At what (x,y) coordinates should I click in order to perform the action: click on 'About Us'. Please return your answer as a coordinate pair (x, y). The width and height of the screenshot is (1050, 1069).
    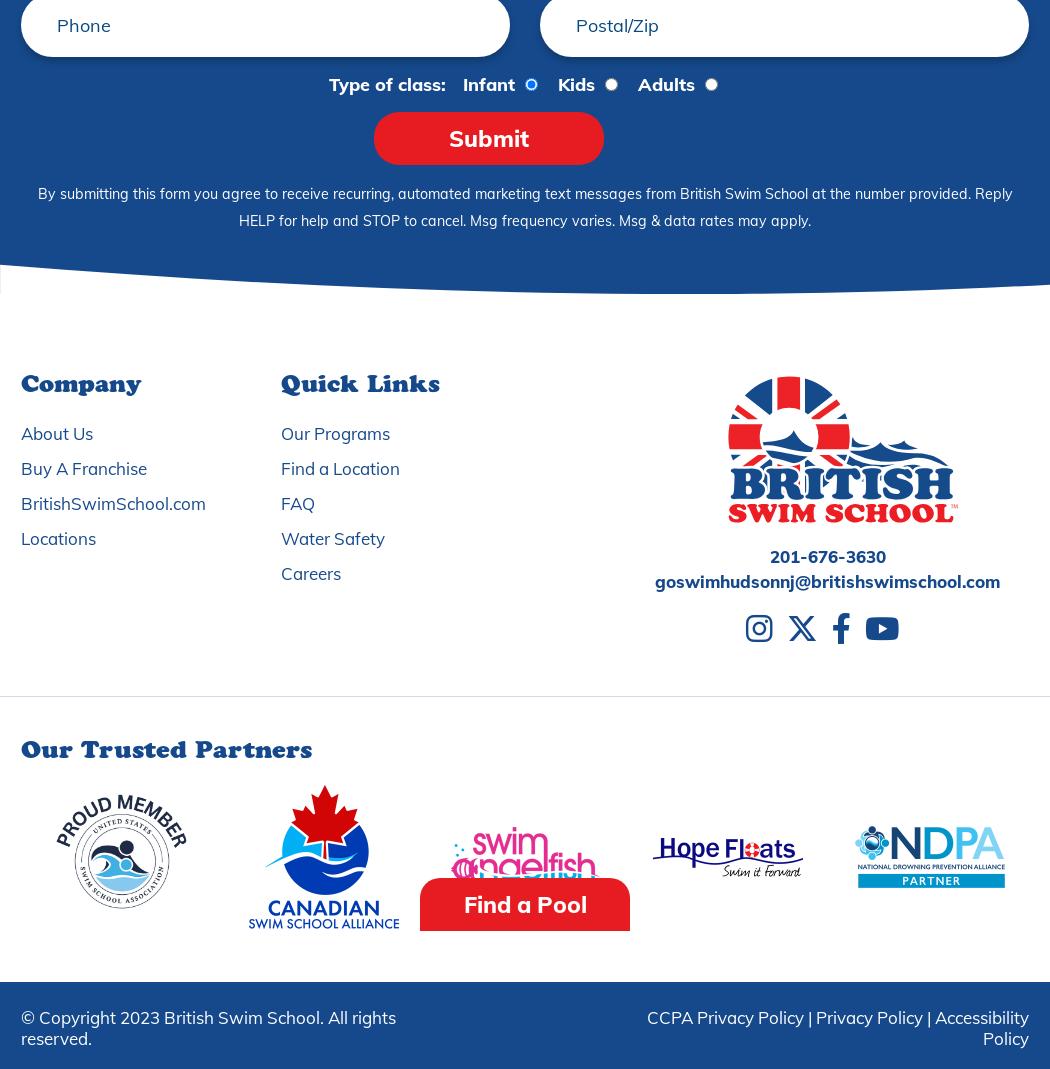
    Looking at the image, I should click on (56, 432).